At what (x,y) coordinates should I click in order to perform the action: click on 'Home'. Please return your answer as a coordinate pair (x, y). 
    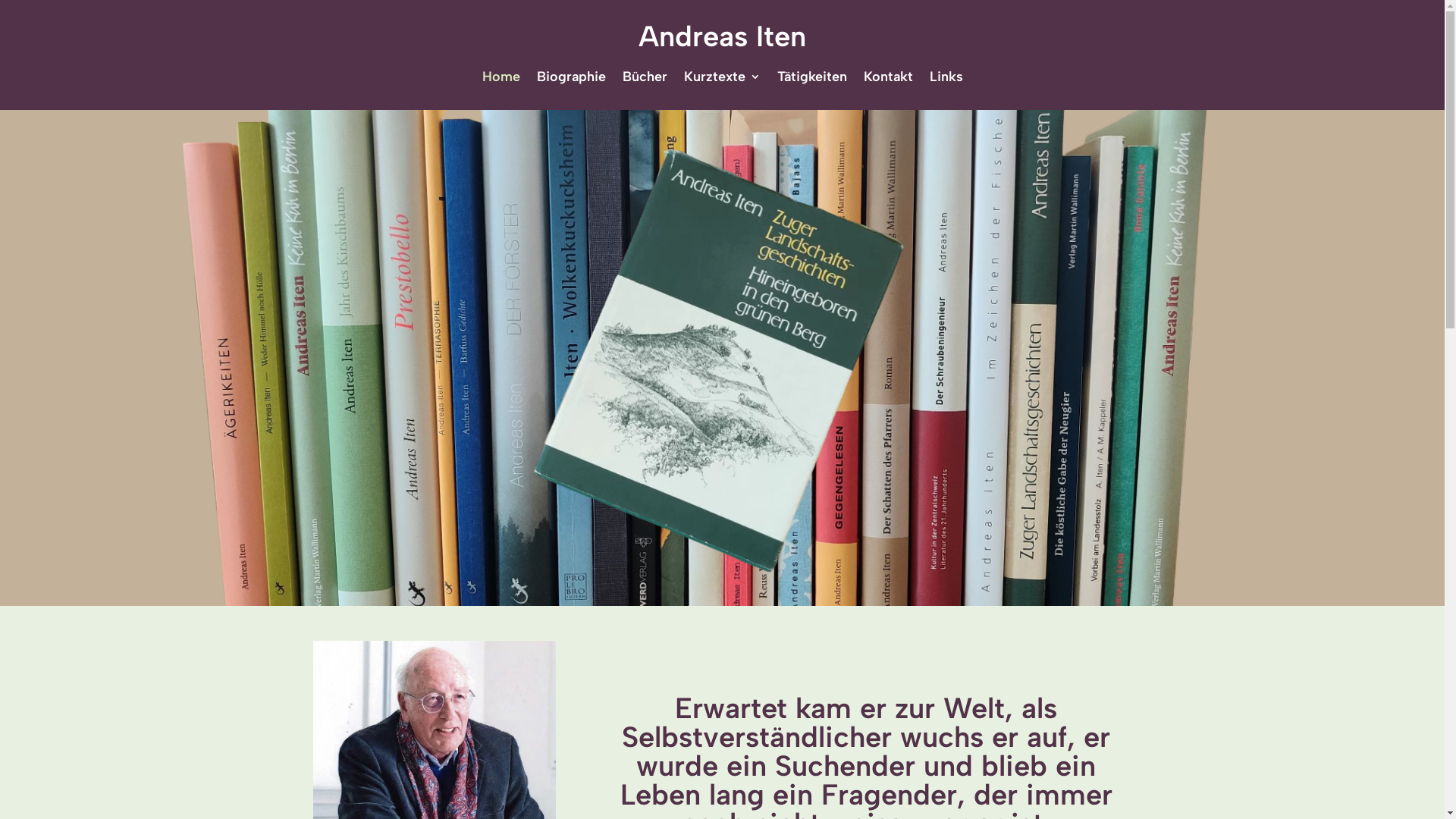
    Looking at the image, I should click on (501, 79).